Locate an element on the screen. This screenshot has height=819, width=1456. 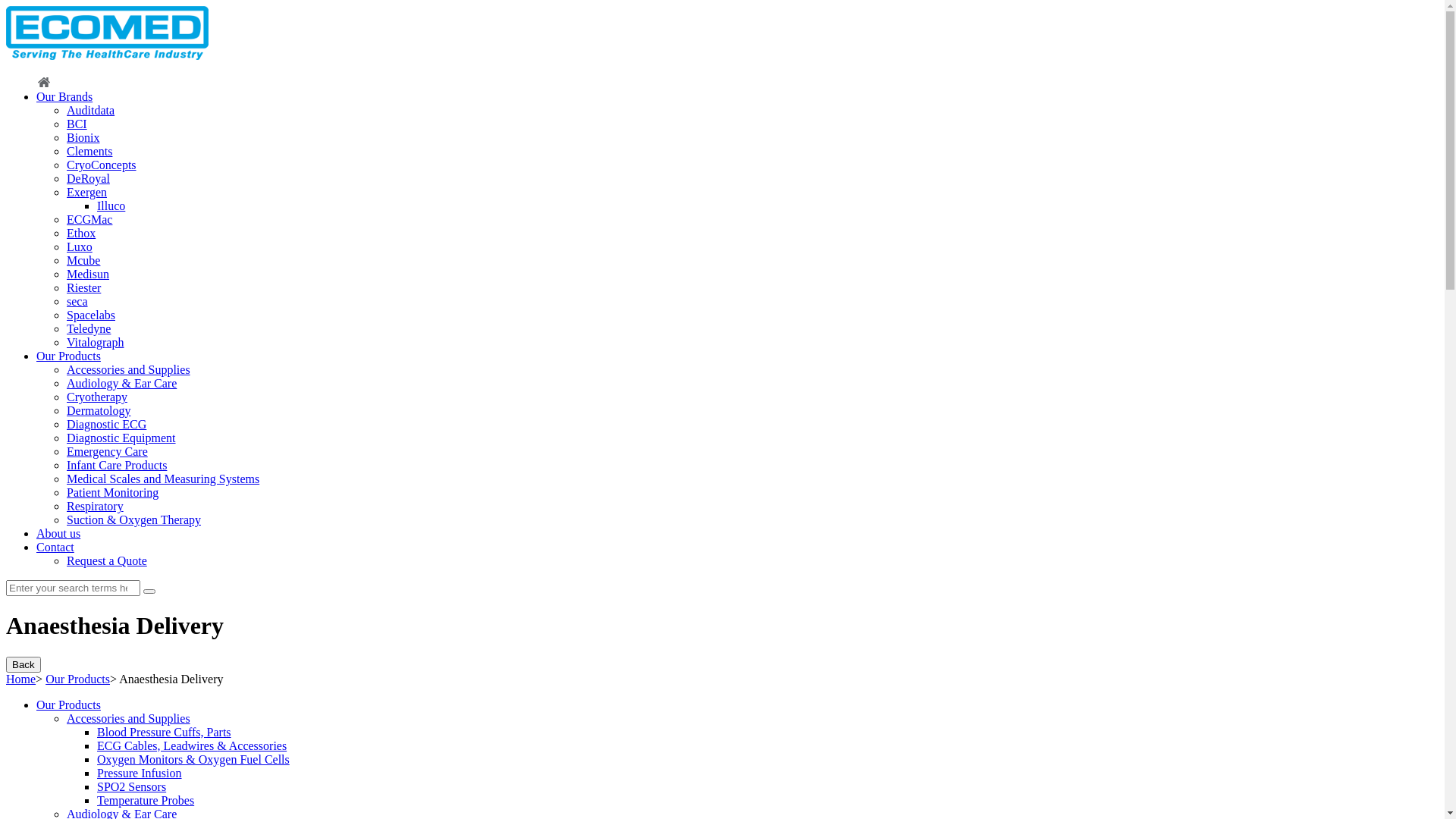
'Temperature Probes' is located at coordinates (146, 799).